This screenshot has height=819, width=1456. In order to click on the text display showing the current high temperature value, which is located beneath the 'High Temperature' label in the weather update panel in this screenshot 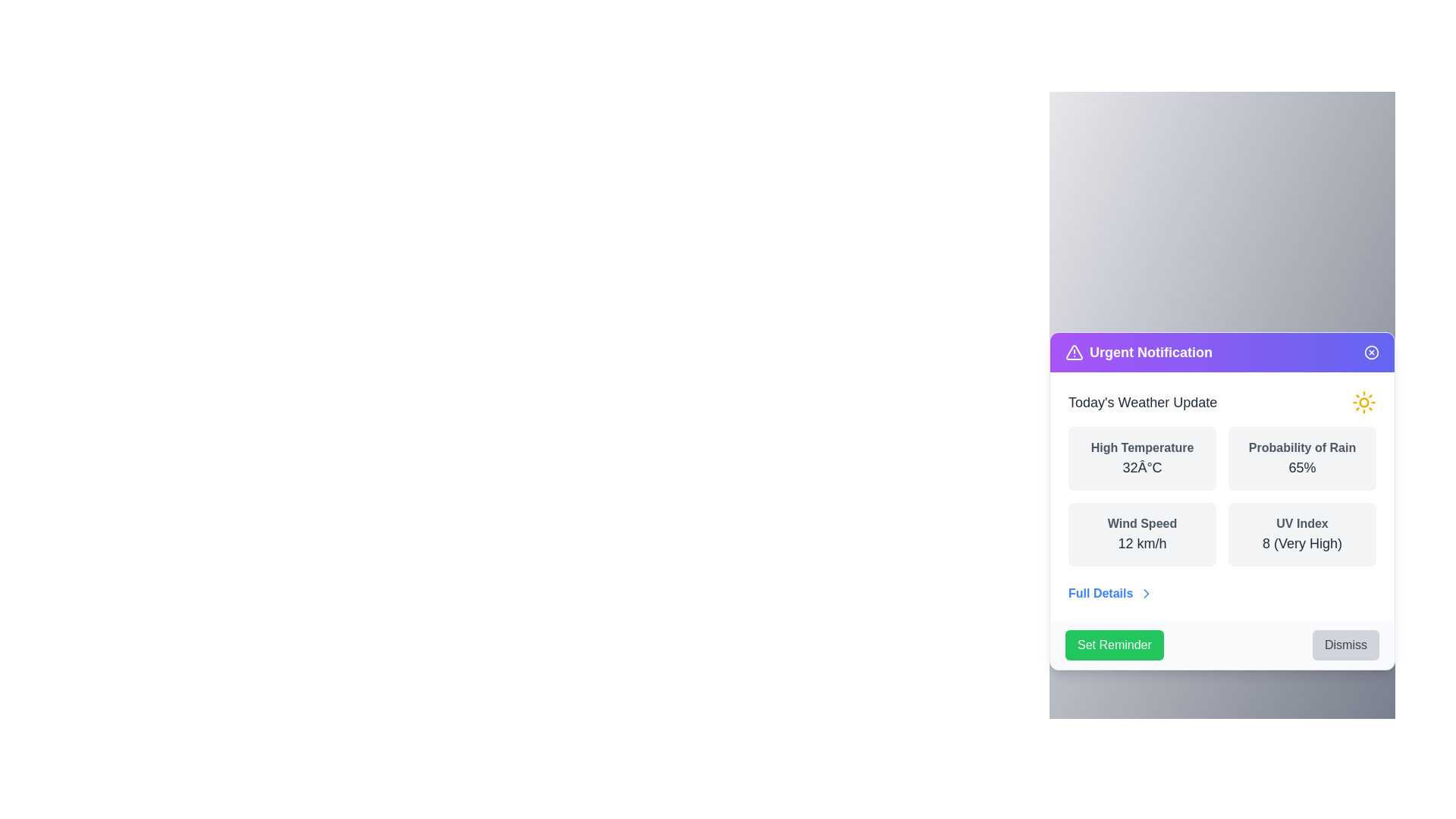, I will do `click(1142, 467)`.